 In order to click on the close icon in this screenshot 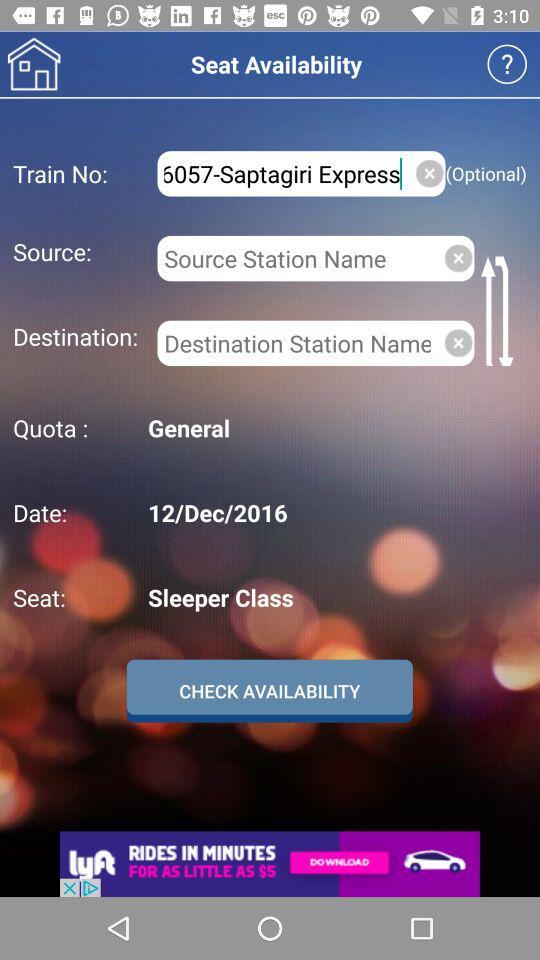, I will do `click(458, 257)`.